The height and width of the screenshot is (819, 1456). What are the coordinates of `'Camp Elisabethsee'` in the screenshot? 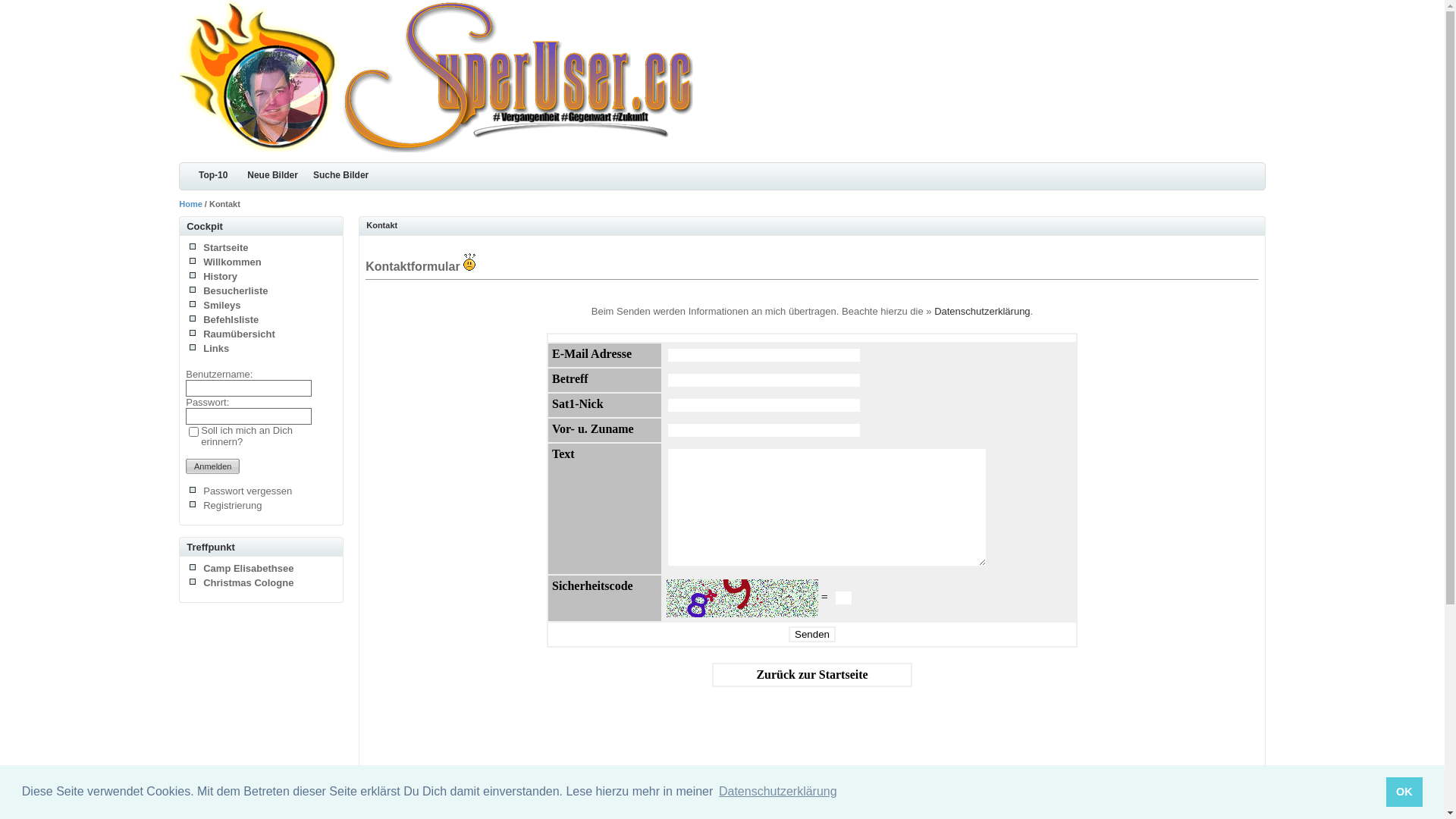 It's located at (248, 568).